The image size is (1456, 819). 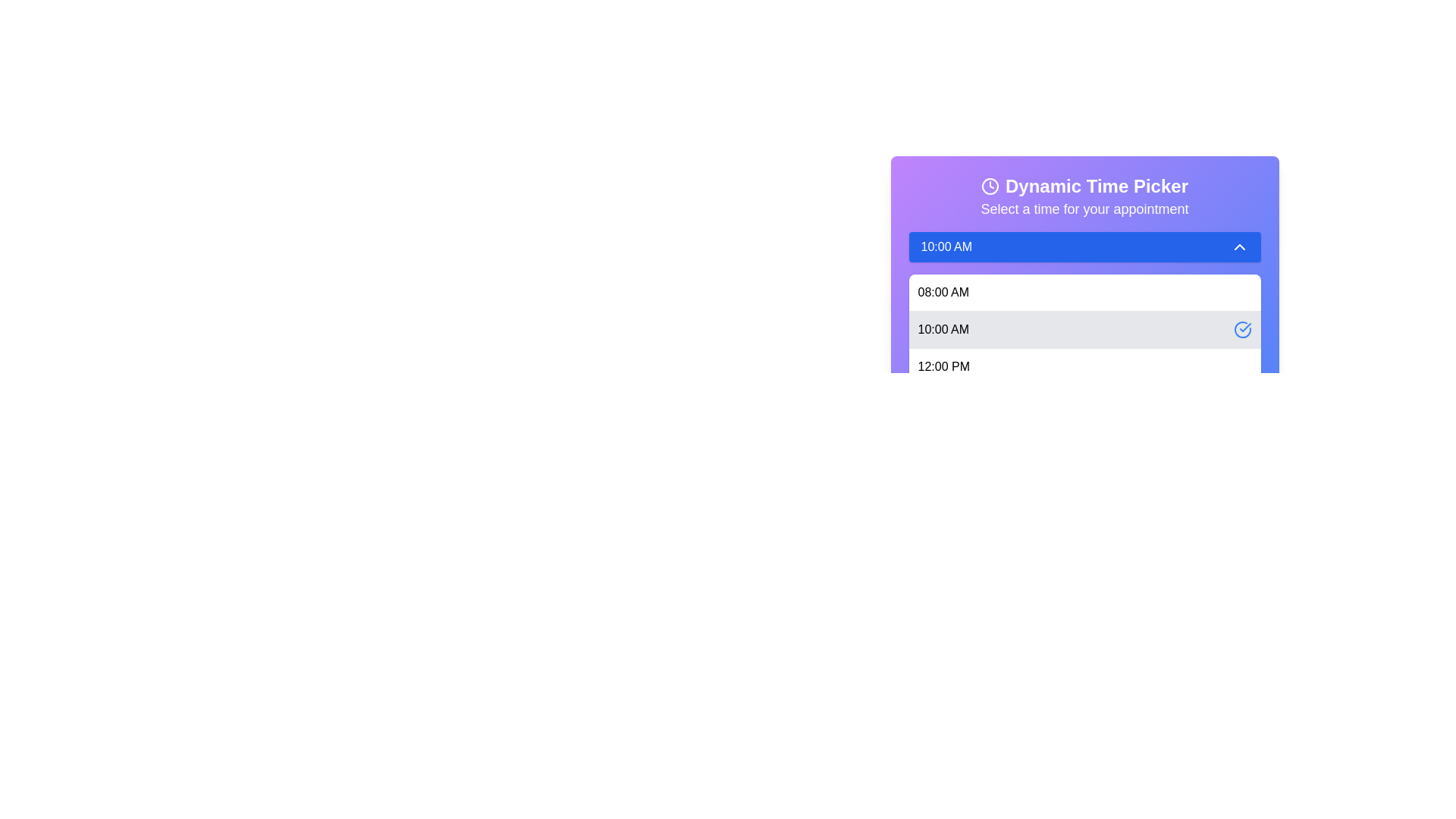 What do you see at coordinates (1084, 242) in the screenshot?
I see `the Dropdown menu located below the 'Dynamic Time Picker' title` at bounding box center [1084, 242].